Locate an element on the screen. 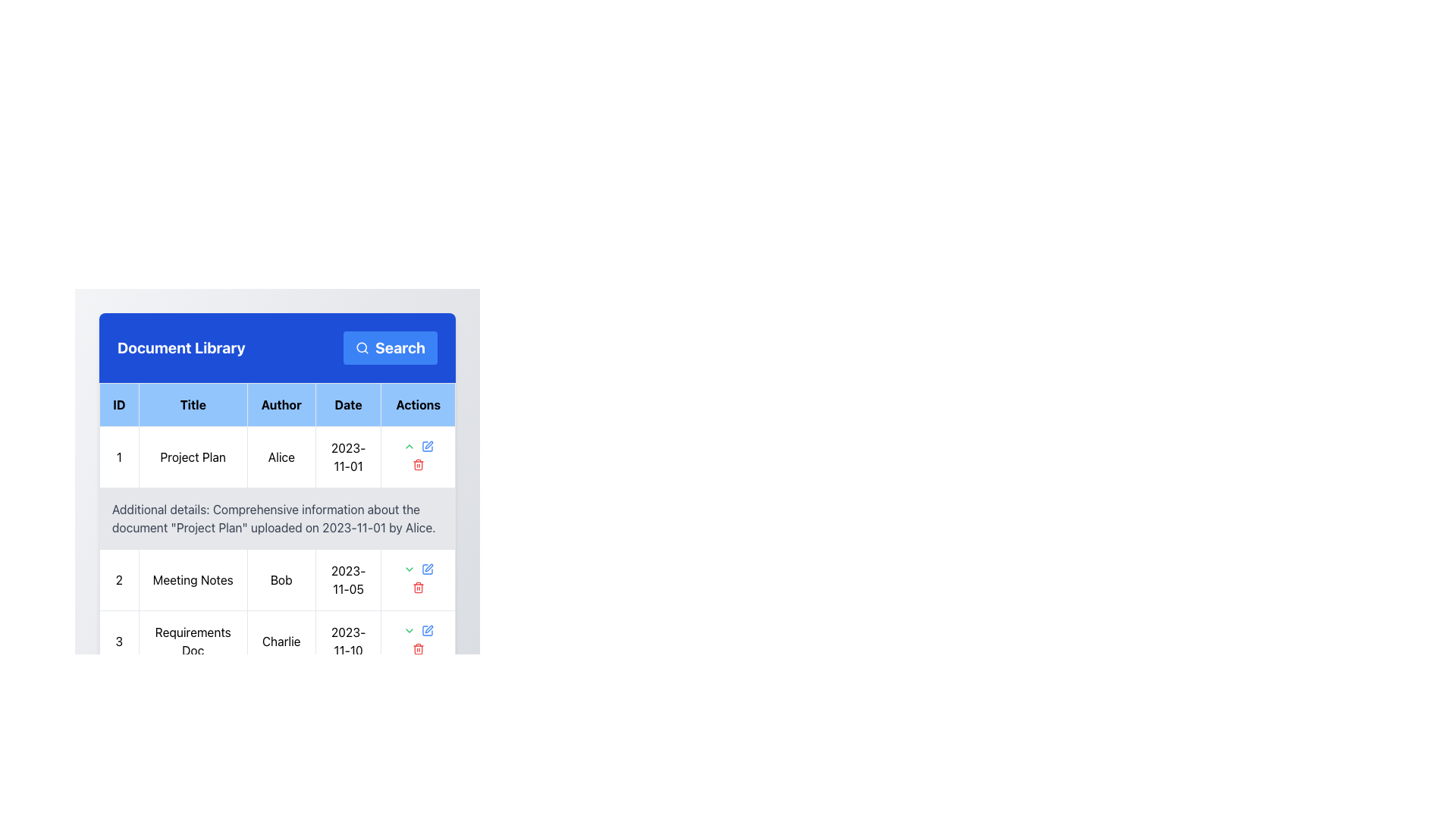  the third row in the 'Document Library' table, which contains the values '3', 'Requirements Doc', 'Charlie', and '2023-11-10' is located at coordinates (277, 641).